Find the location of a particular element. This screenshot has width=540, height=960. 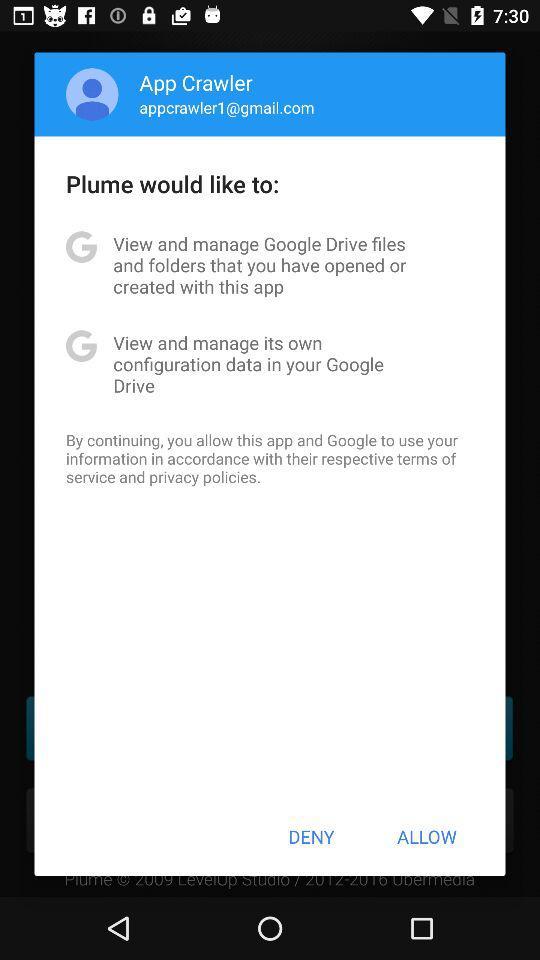

app below the by continuing you item is located at coordinates (311, 836).